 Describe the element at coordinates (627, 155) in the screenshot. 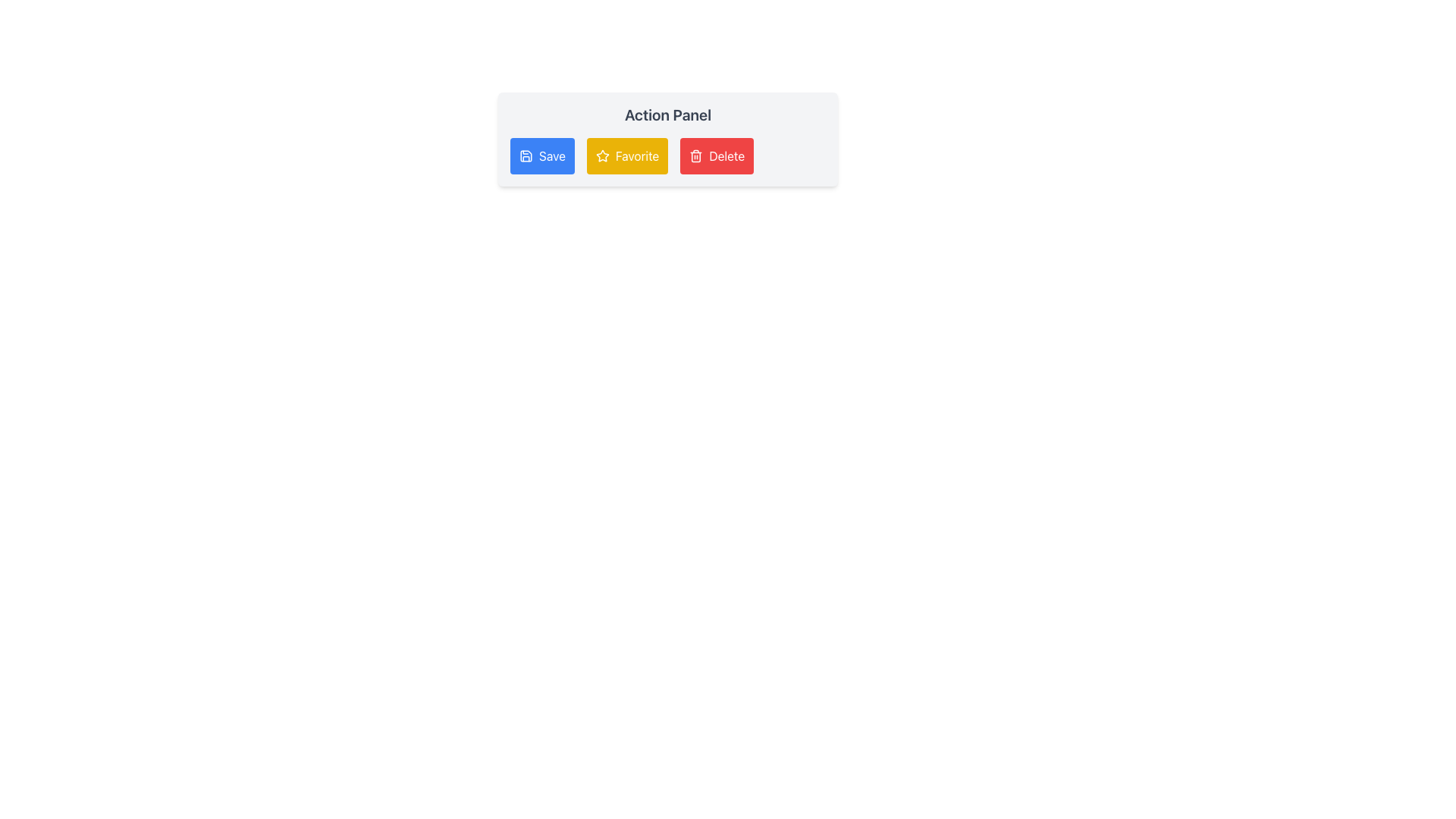

I see `the 'Favorite' button, which is a bright yellow rectangular button with white text and a star icon, located centrally in a group of three buttons at the top-center of the UI` at that location.